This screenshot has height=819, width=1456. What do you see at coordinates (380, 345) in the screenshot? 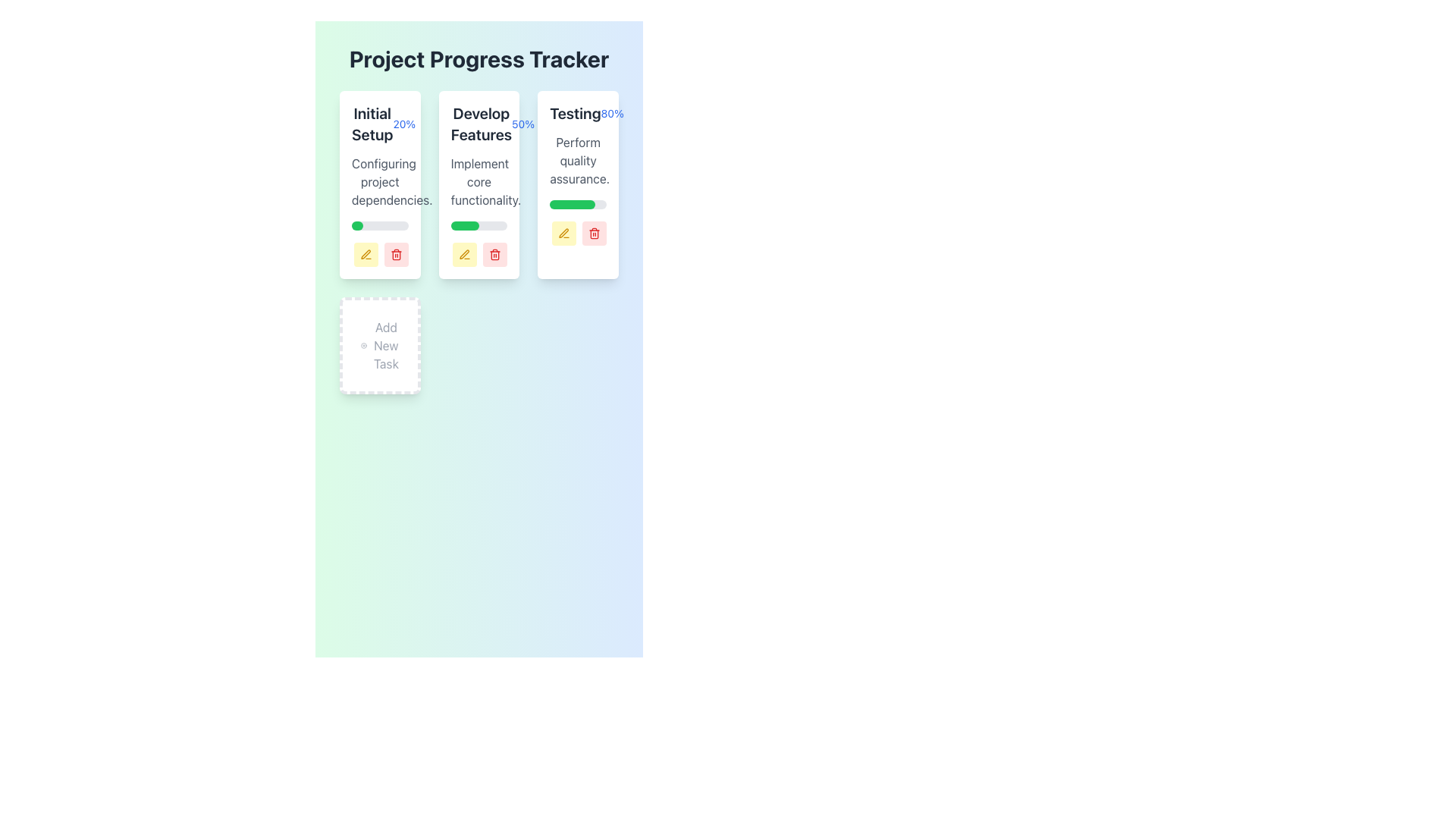
I see `the 'Add New Task' button, which is a rectangle with rounded corners, white and dashed border, containing the text 'Add New Task' and a circular plus icon above it` at bounding box center [380, 345].